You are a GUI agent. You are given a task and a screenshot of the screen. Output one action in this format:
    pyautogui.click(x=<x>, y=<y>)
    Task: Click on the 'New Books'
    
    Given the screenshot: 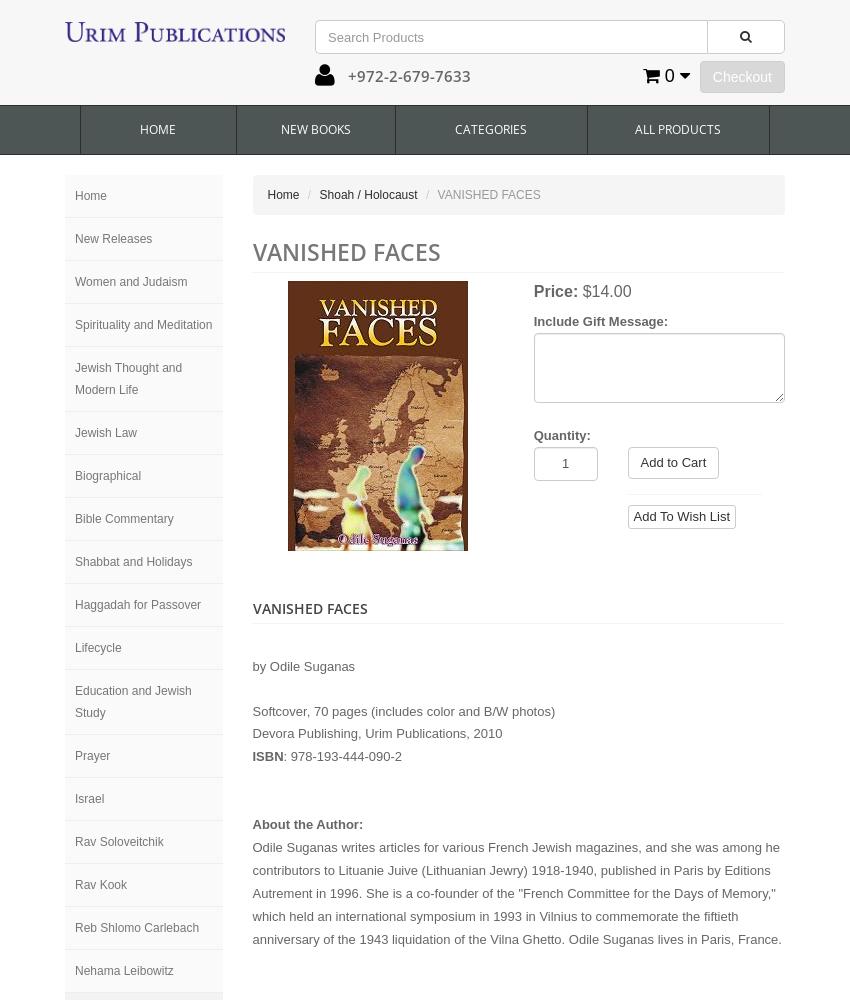 What is the action you would take?
    pyautogui.click(x=315, y=129)
    